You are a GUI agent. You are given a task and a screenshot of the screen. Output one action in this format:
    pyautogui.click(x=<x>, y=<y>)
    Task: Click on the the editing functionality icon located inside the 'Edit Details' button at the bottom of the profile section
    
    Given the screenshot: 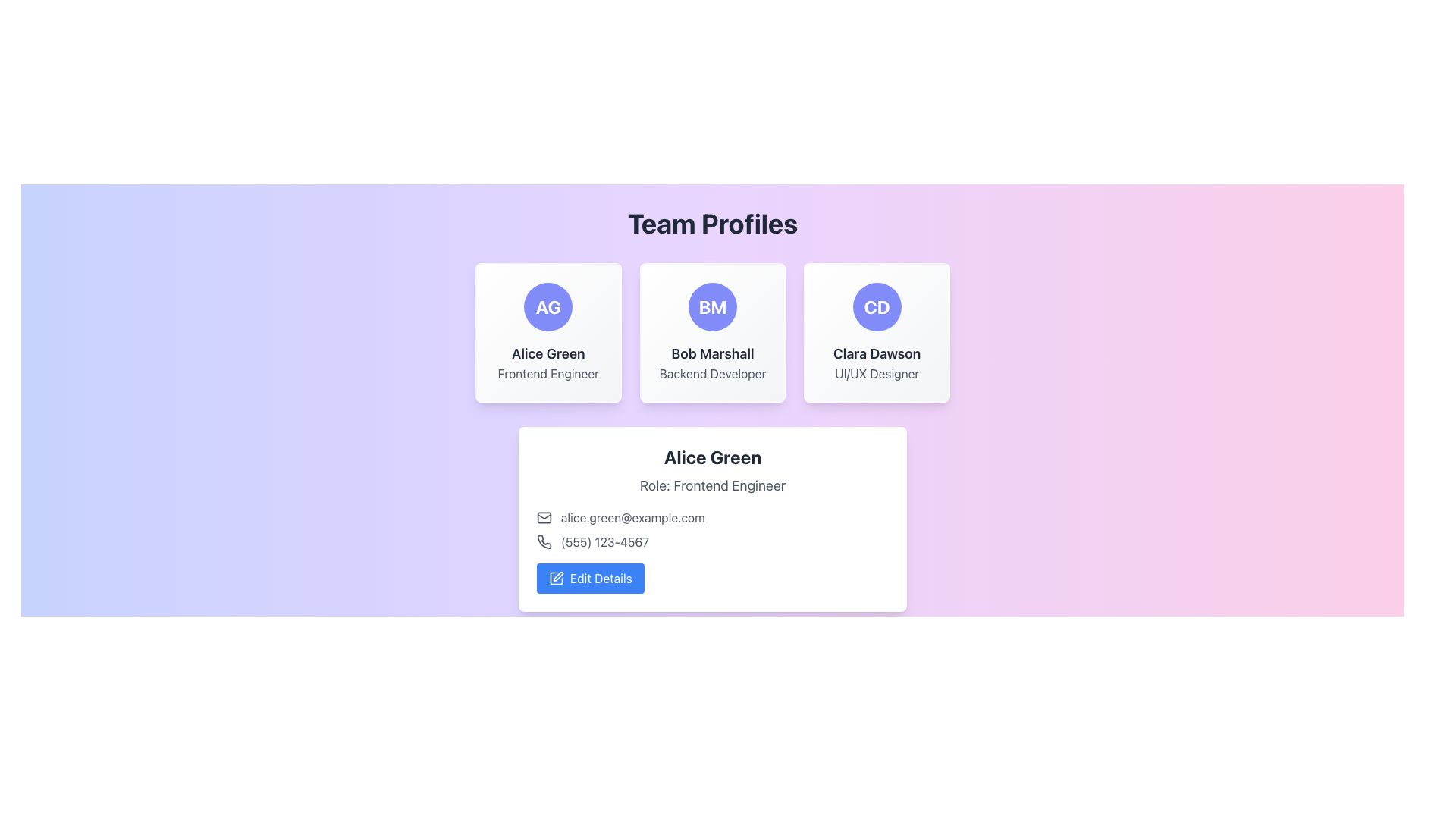 What is the action you would take?
    pyautogui.click(x=557, y=576)
    